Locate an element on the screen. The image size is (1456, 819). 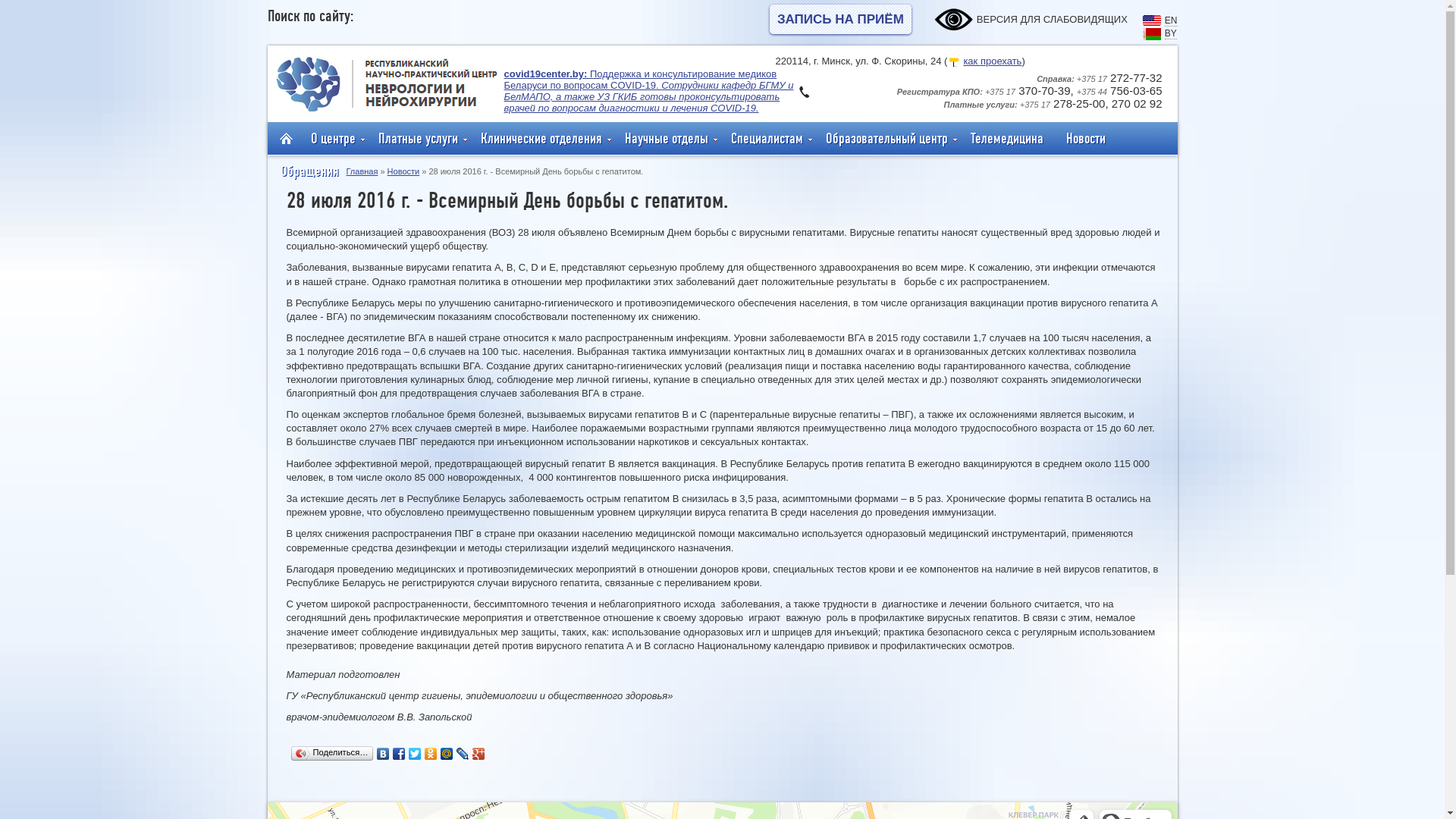
'LiveJournal' is located at coordinates (462, 754).